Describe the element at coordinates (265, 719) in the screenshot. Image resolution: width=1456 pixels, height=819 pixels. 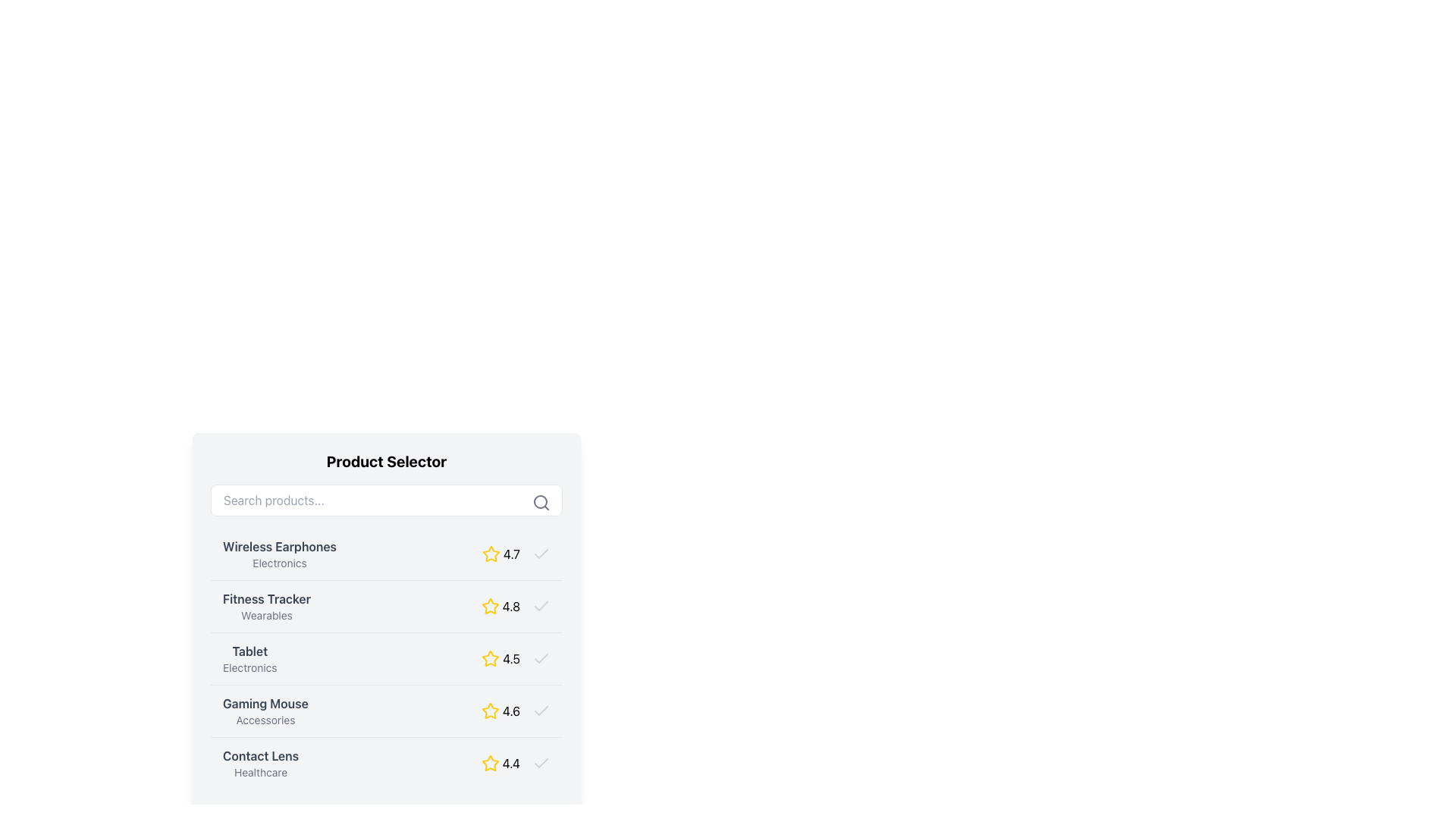
I see `the static text label containing the word 'Accessories', which is styled in a smaller, lighter font and located beneath the 'Gaming Mouse' label in the 'Product Selector' view` at that location.